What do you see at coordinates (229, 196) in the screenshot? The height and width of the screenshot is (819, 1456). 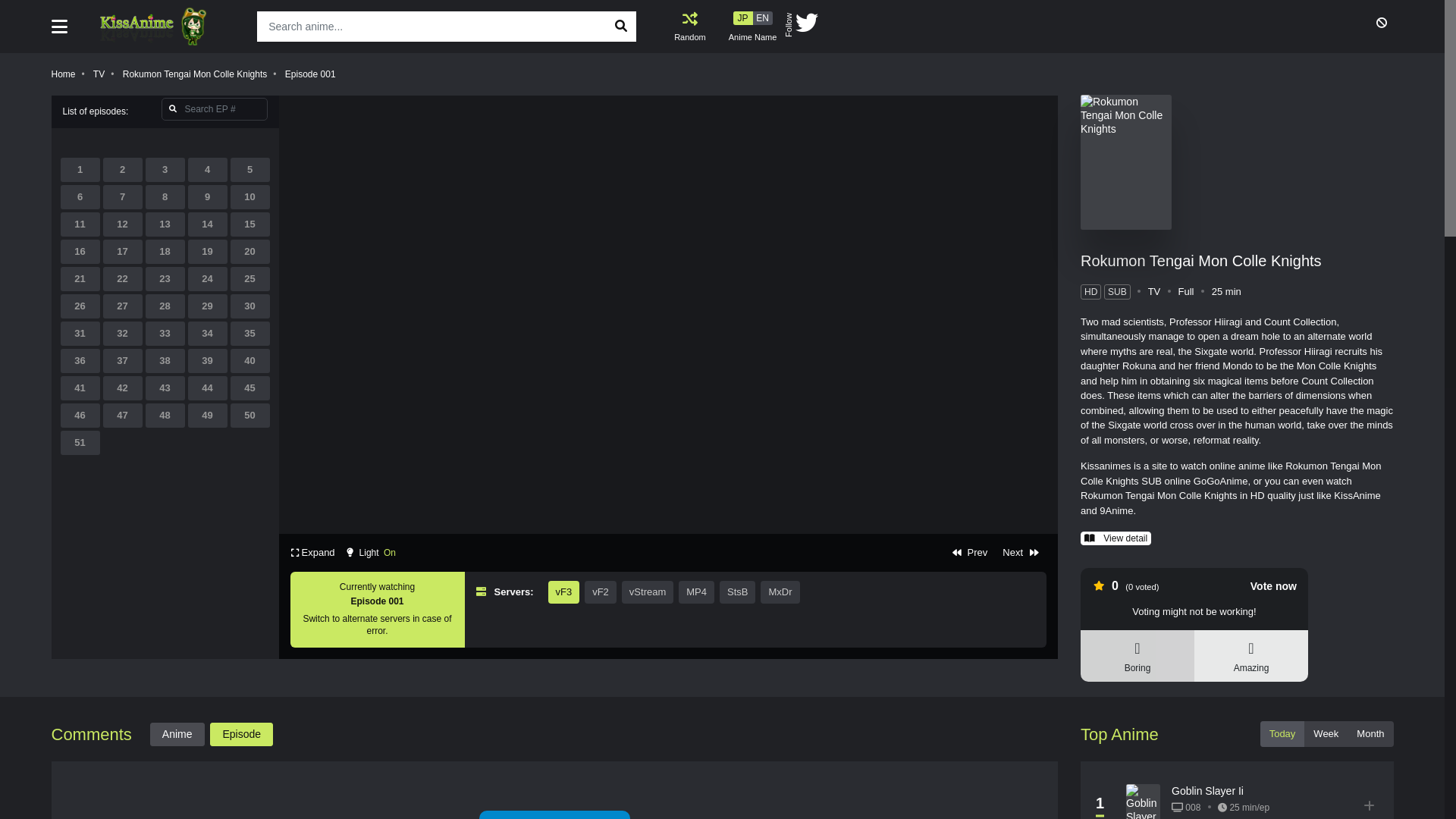 I see `'10'` at bounding box center [229, 196].